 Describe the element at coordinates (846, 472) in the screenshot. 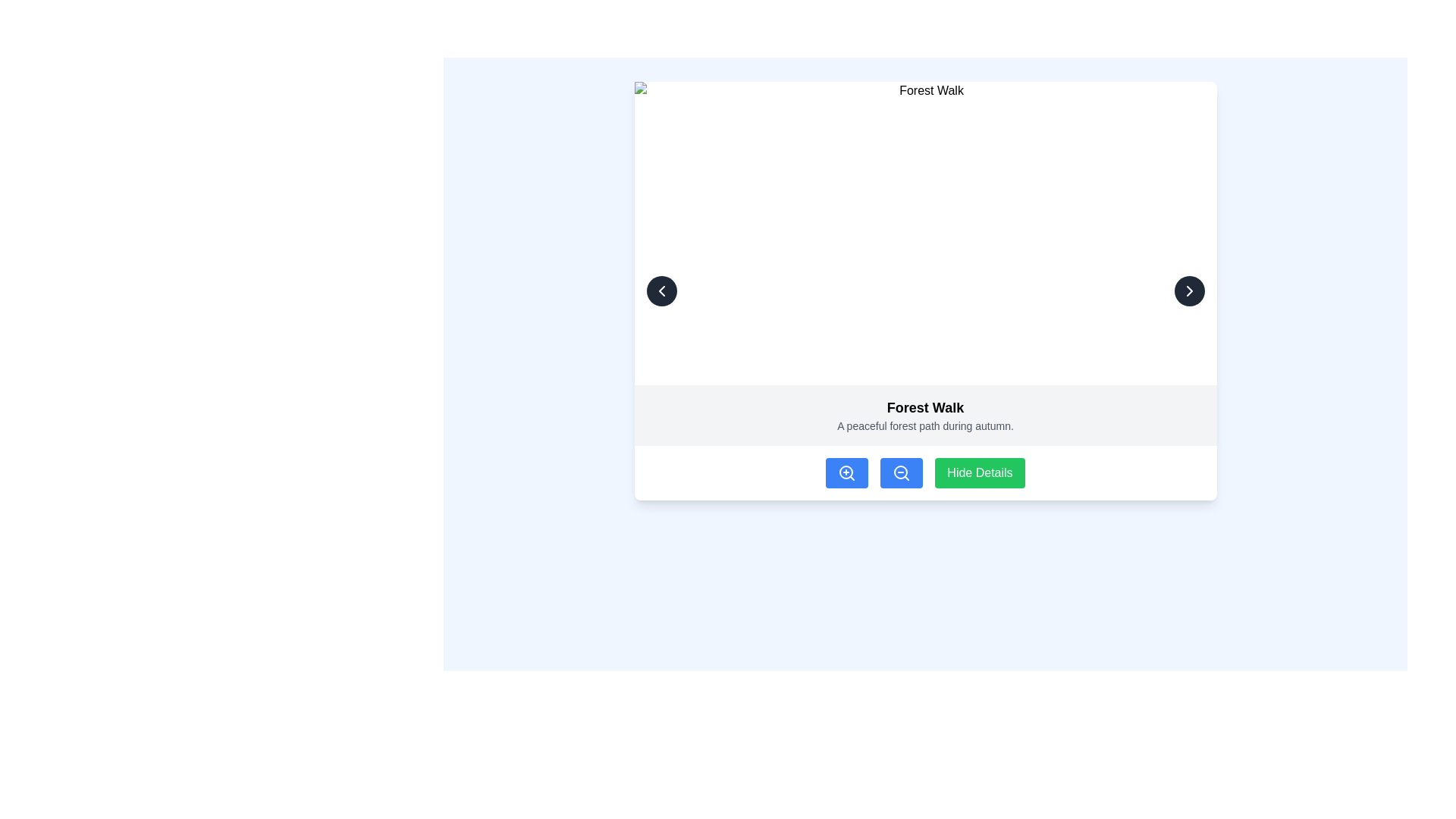

I see `the circular magnifying glass icon with a plus sign inside, located in the bottom bar of the interface, to zoom in` at that location.